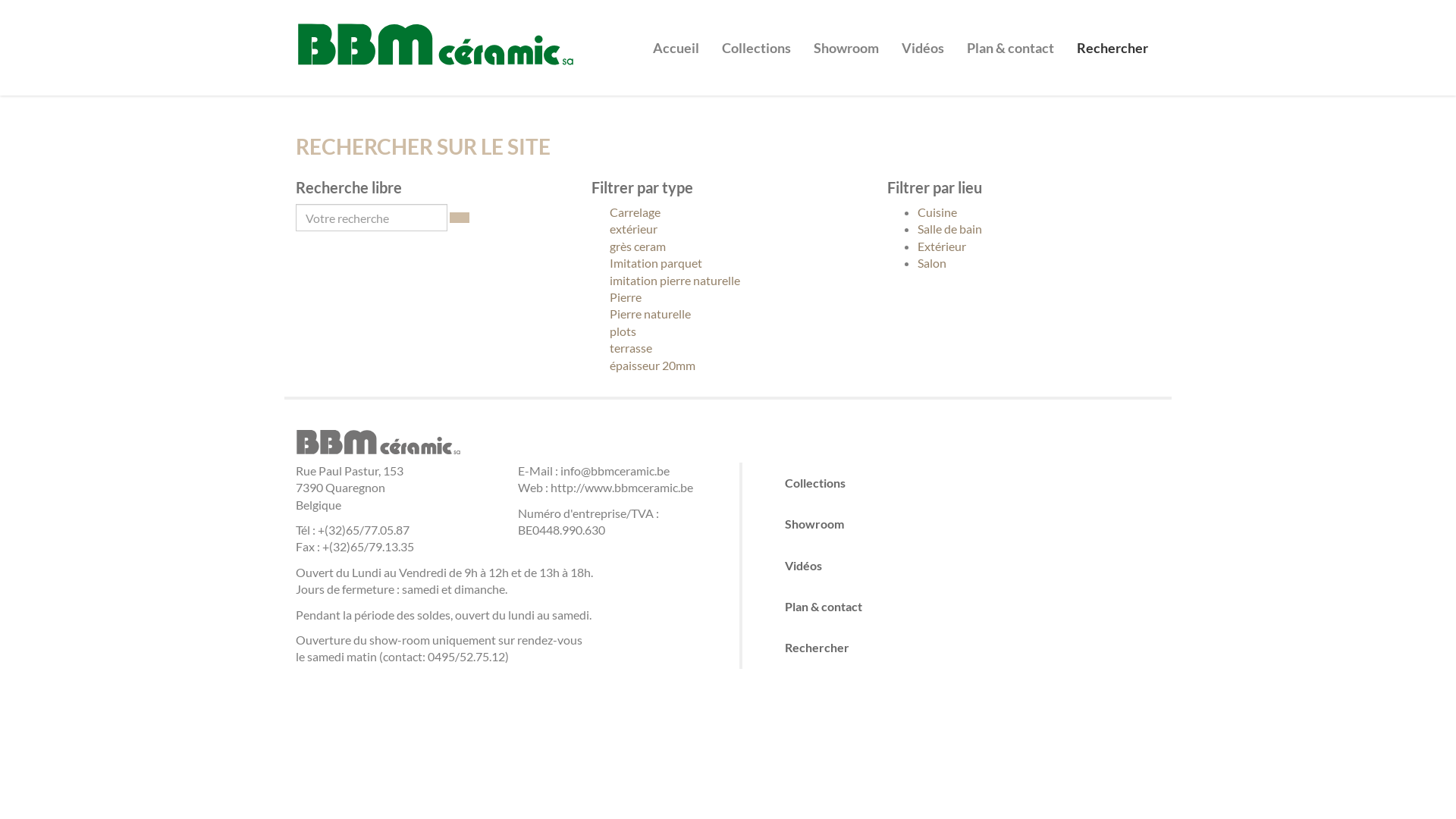 The height and width of the screenshot is (819, 1456). What do you see at coordinates (949, 228) in the screenshot?
I see `'Salle de bain'` at bounding box center [949, 228].